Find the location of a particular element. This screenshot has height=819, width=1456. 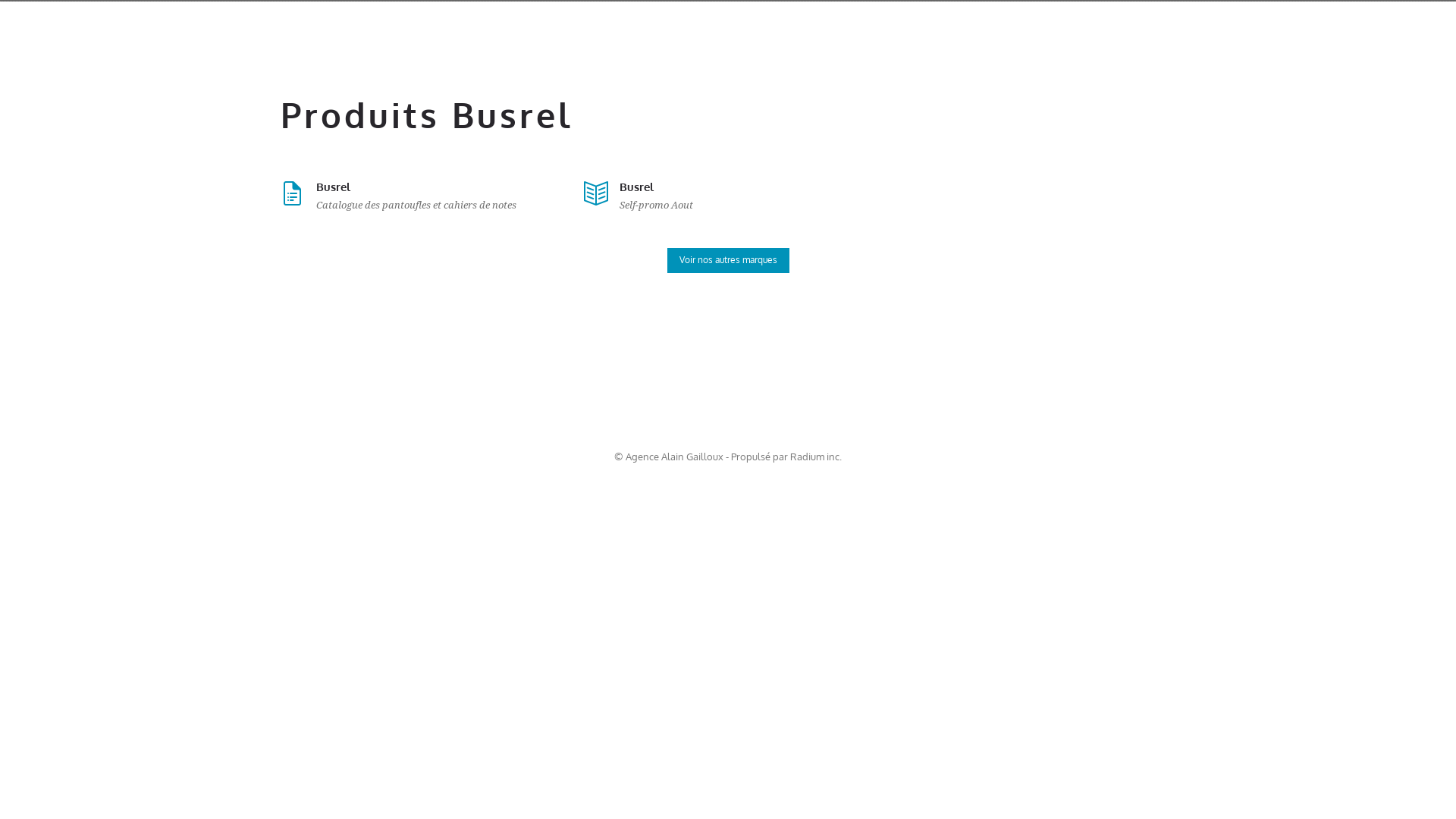

'Voir nos autres marques' is located at coordinates (728, 259).